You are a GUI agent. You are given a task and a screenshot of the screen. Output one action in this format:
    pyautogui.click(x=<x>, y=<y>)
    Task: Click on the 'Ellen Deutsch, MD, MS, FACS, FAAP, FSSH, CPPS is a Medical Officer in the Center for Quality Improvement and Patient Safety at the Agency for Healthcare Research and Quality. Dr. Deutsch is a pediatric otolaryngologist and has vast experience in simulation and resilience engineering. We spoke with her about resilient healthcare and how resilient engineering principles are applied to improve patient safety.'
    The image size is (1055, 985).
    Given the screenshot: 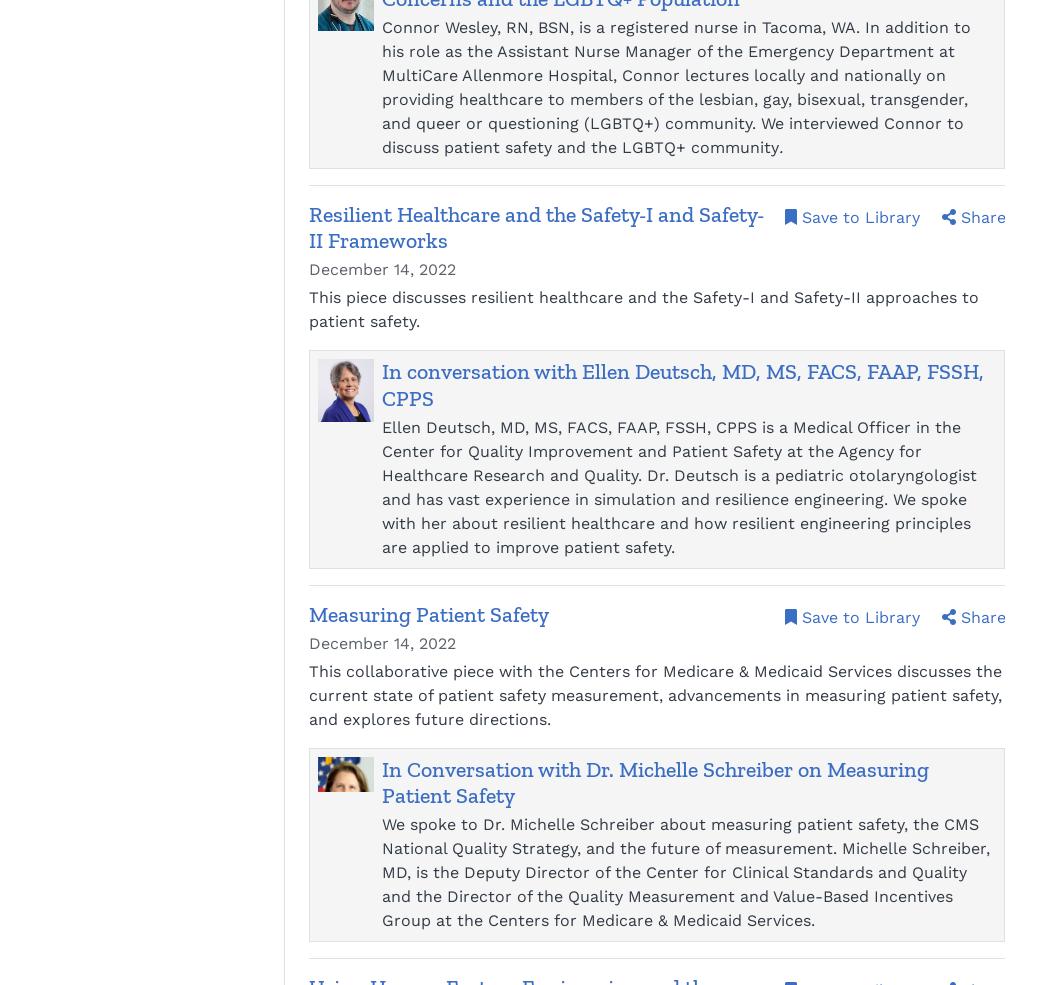 What is the action you would take?
    pyautogui.click(x=678, y=485)
    